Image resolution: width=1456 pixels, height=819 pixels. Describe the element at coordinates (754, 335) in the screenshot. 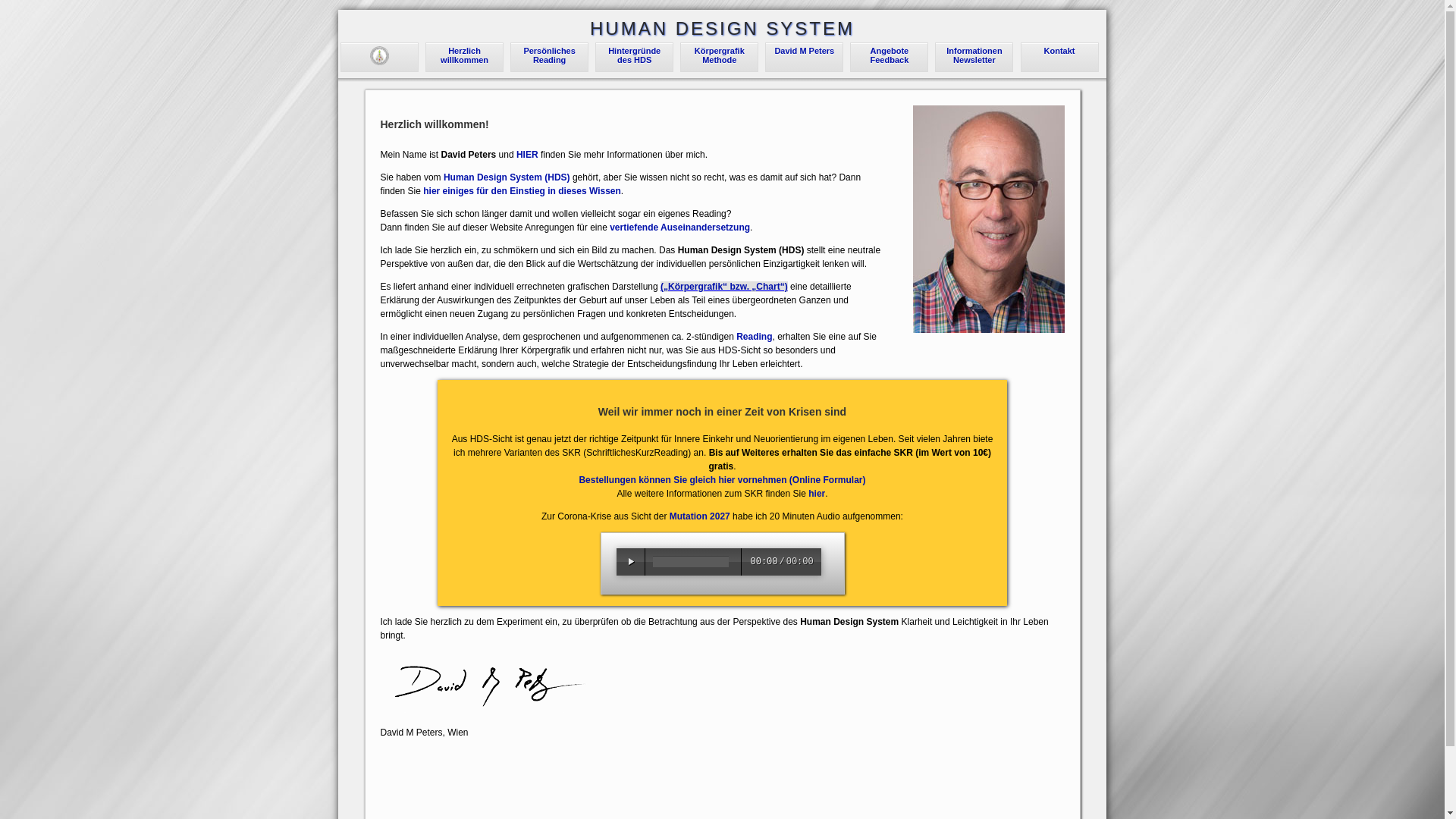

I see `'Reading'` at that location.